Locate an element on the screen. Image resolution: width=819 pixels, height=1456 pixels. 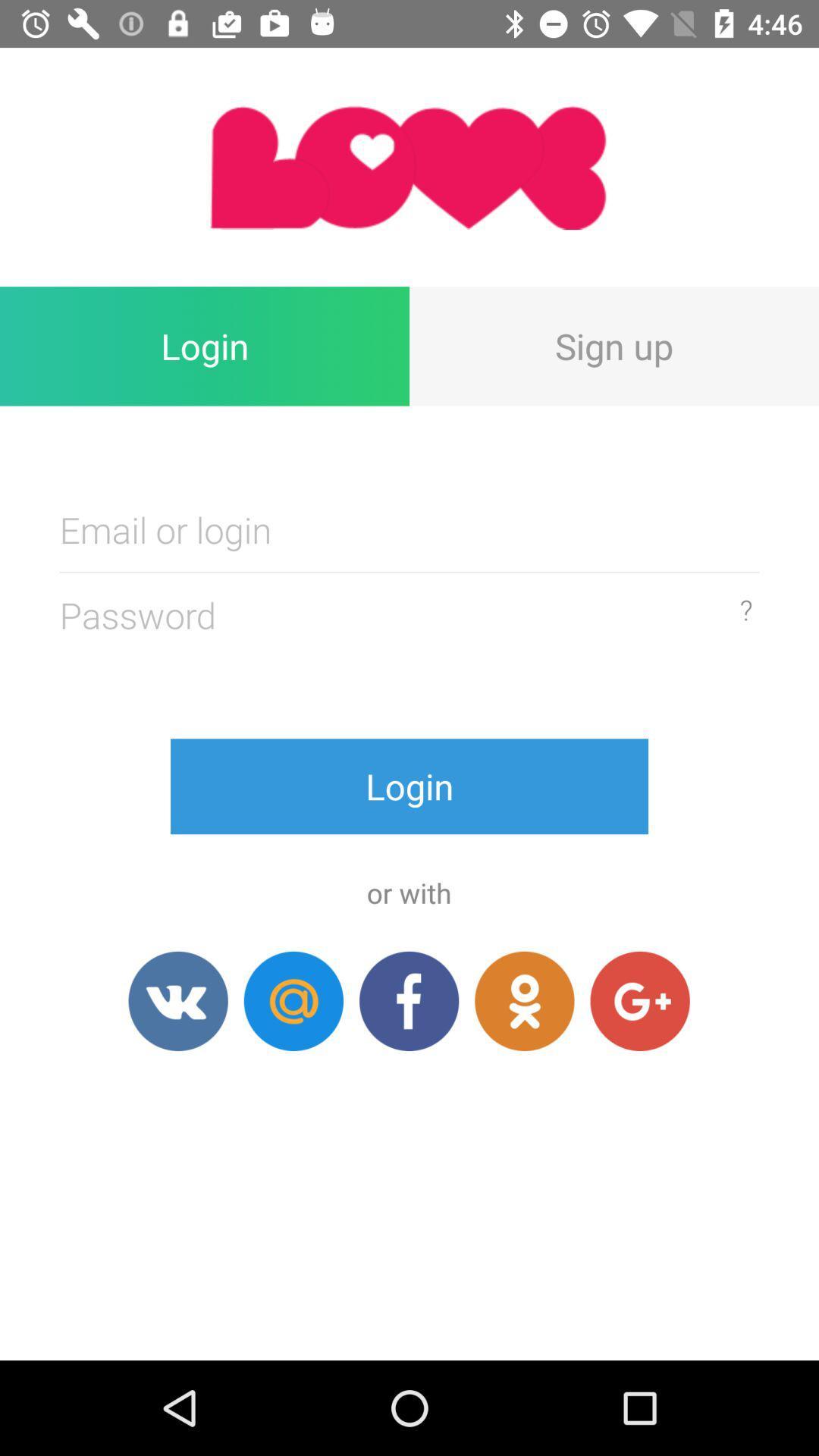
login password is located at coordinates (409, 529).